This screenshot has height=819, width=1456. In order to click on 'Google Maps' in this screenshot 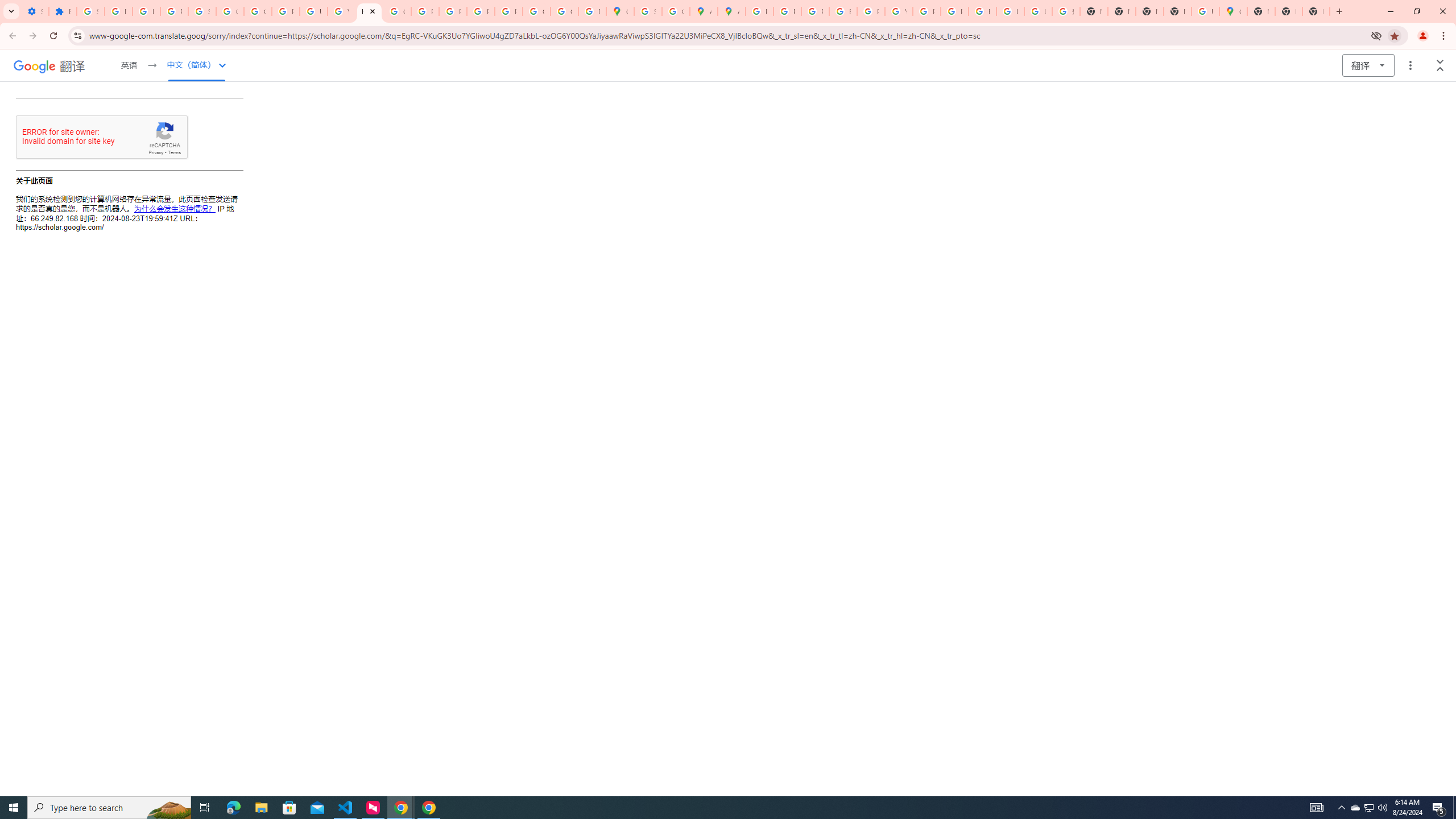, I will do `click(1233, 11)`.